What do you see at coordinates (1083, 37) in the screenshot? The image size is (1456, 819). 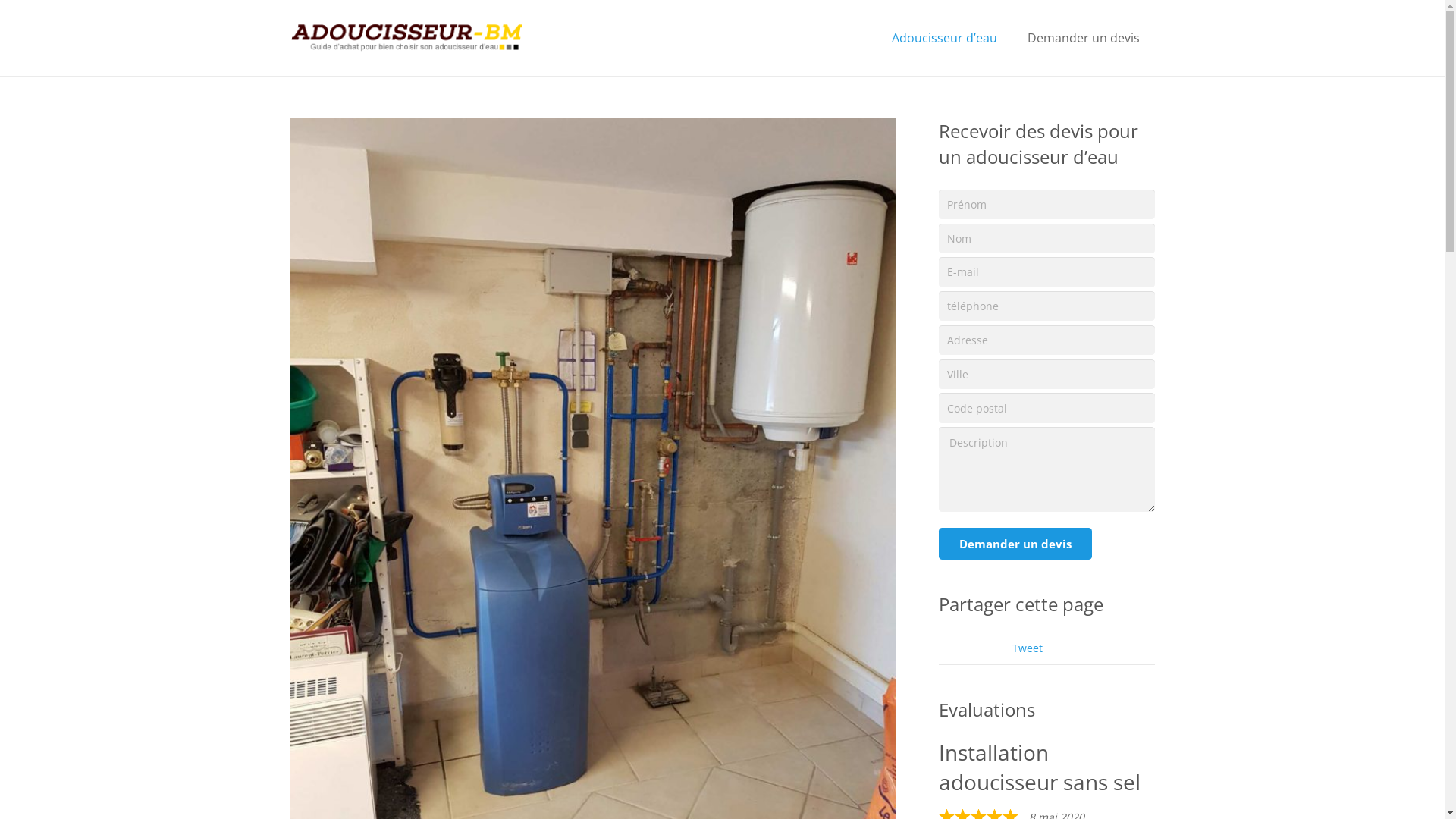 I see `'Demander un devis'` at bounding box center [1083, 37].